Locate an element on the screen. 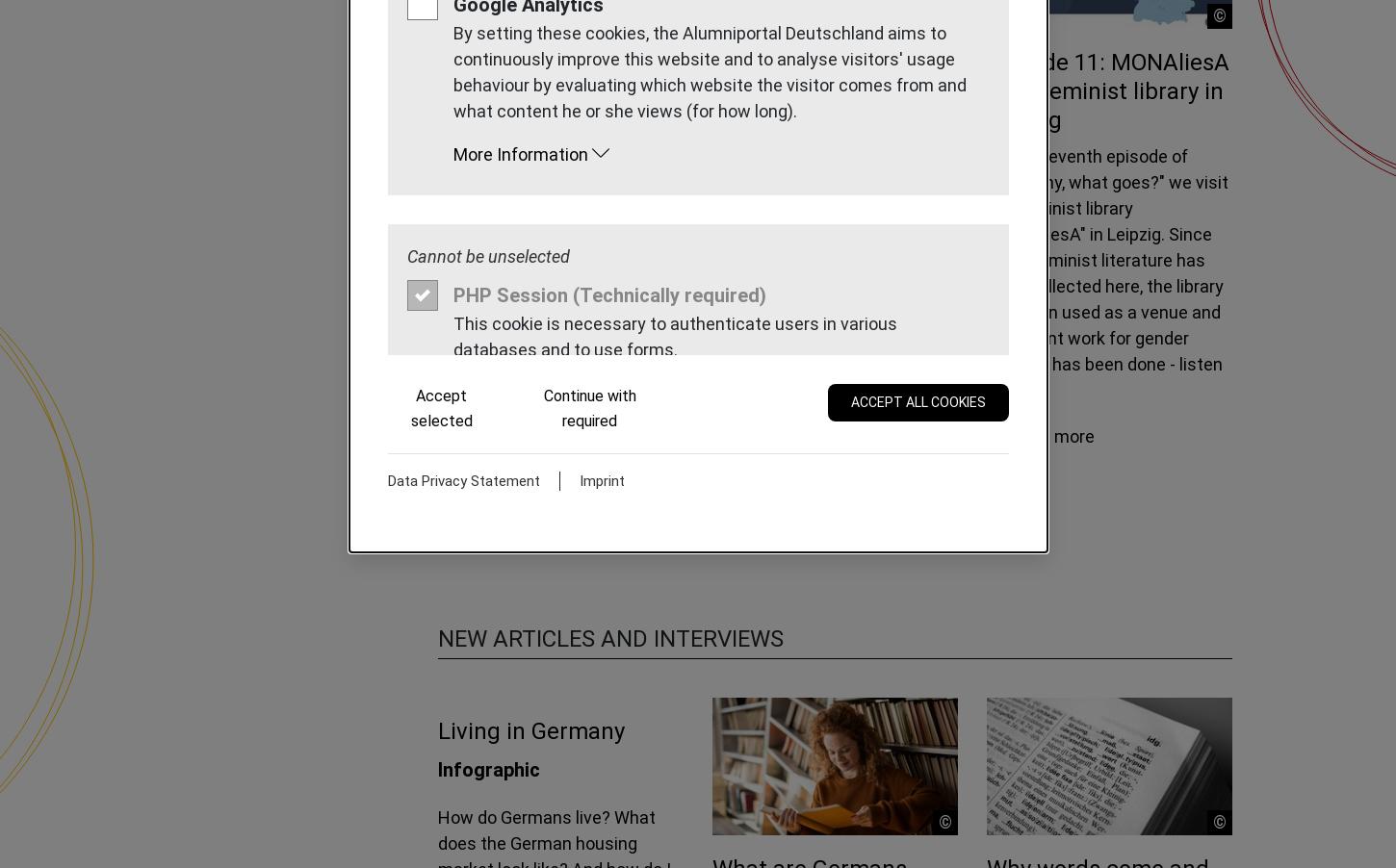 The width and height of the screenshot is (1396, 868). 'Episode 13: Trier - A visit to the Environmental Campus Birkenfeld' is located at coordinates (711, 104).